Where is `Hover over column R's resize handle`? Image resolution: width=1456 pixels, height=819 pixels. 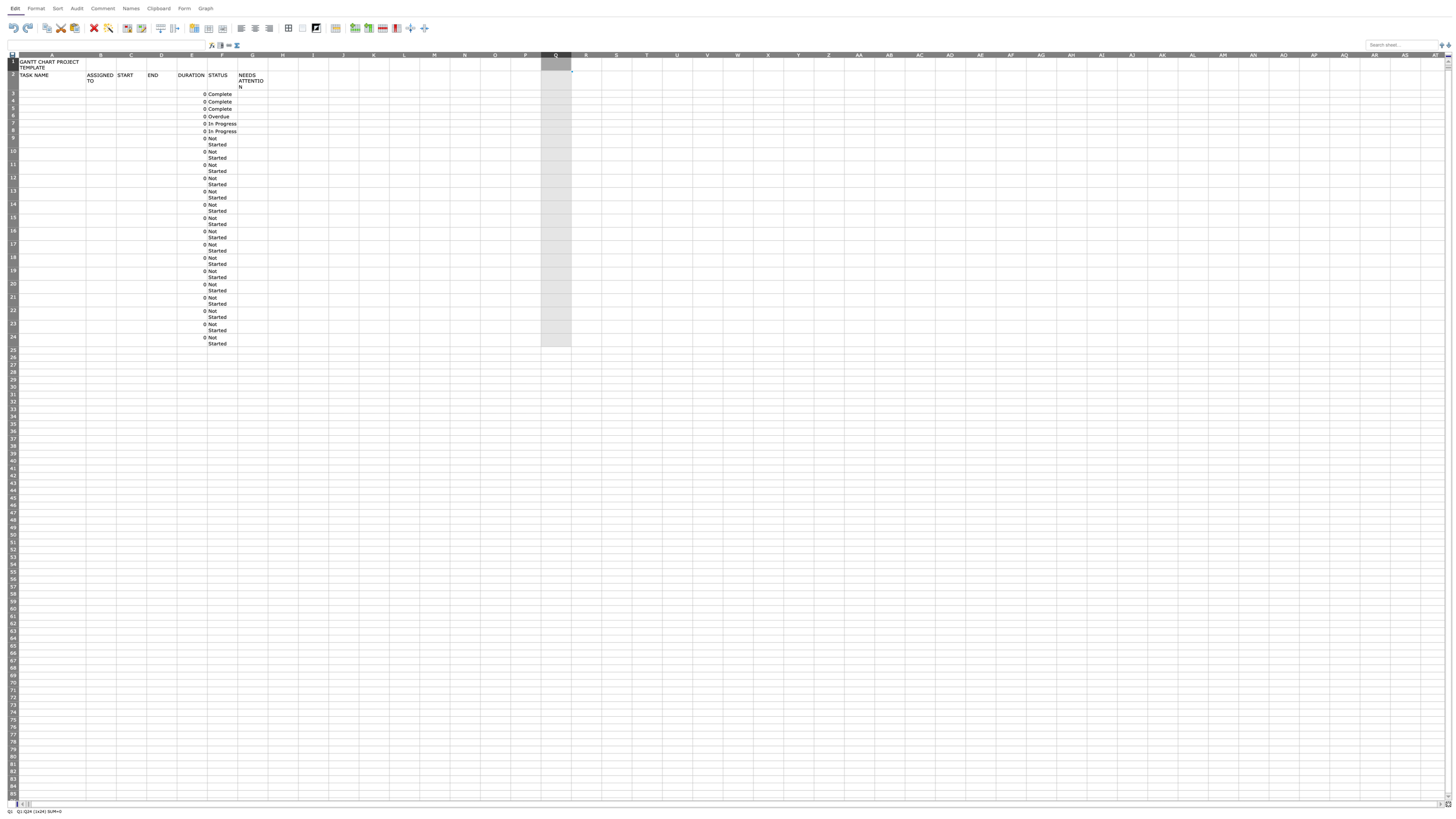
Hover over column R's resize handle is located at coordinates (601, 54).